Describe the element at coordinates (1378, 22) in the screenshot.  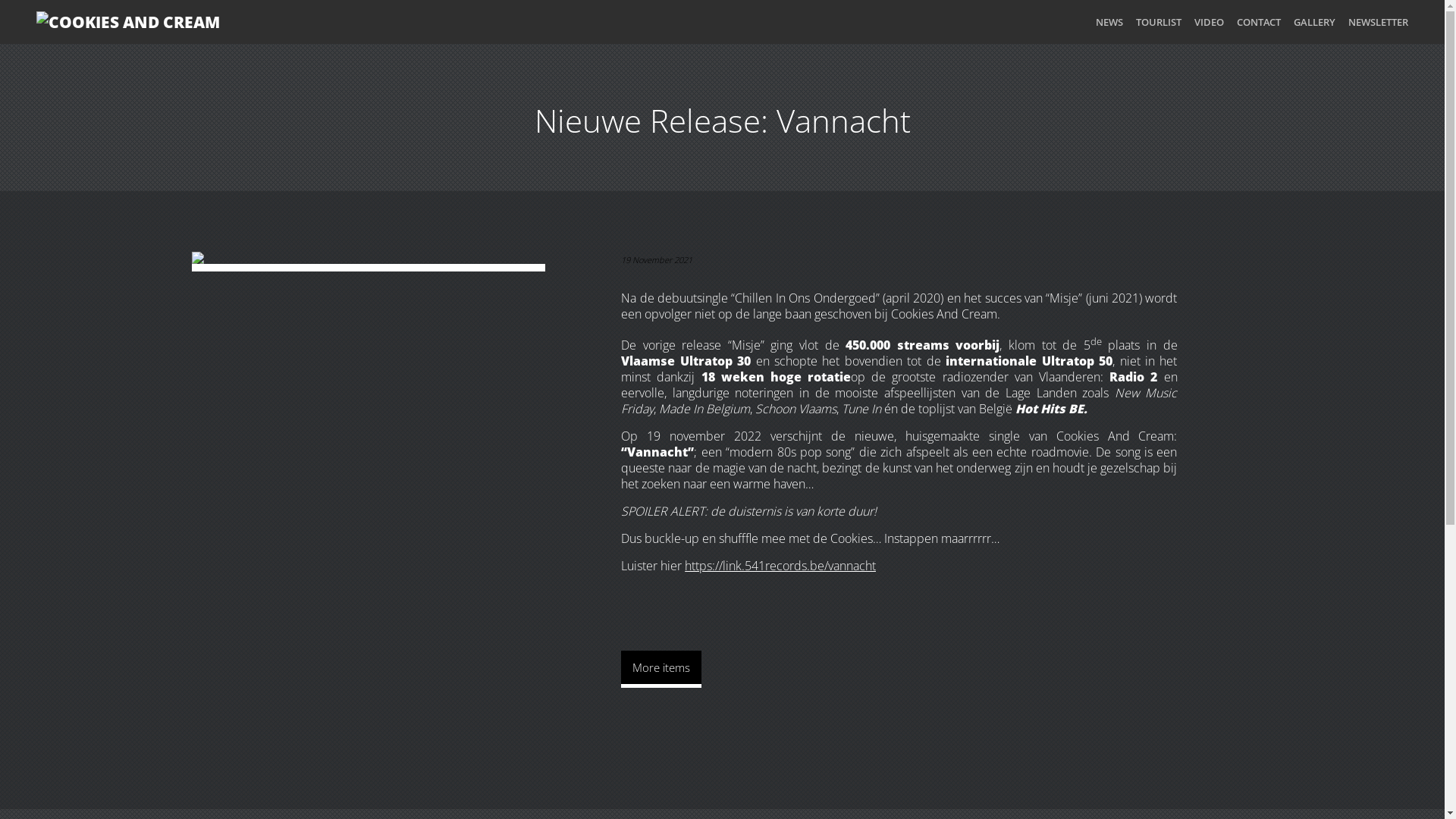
I see `'NEWSLETTER'` at that location.